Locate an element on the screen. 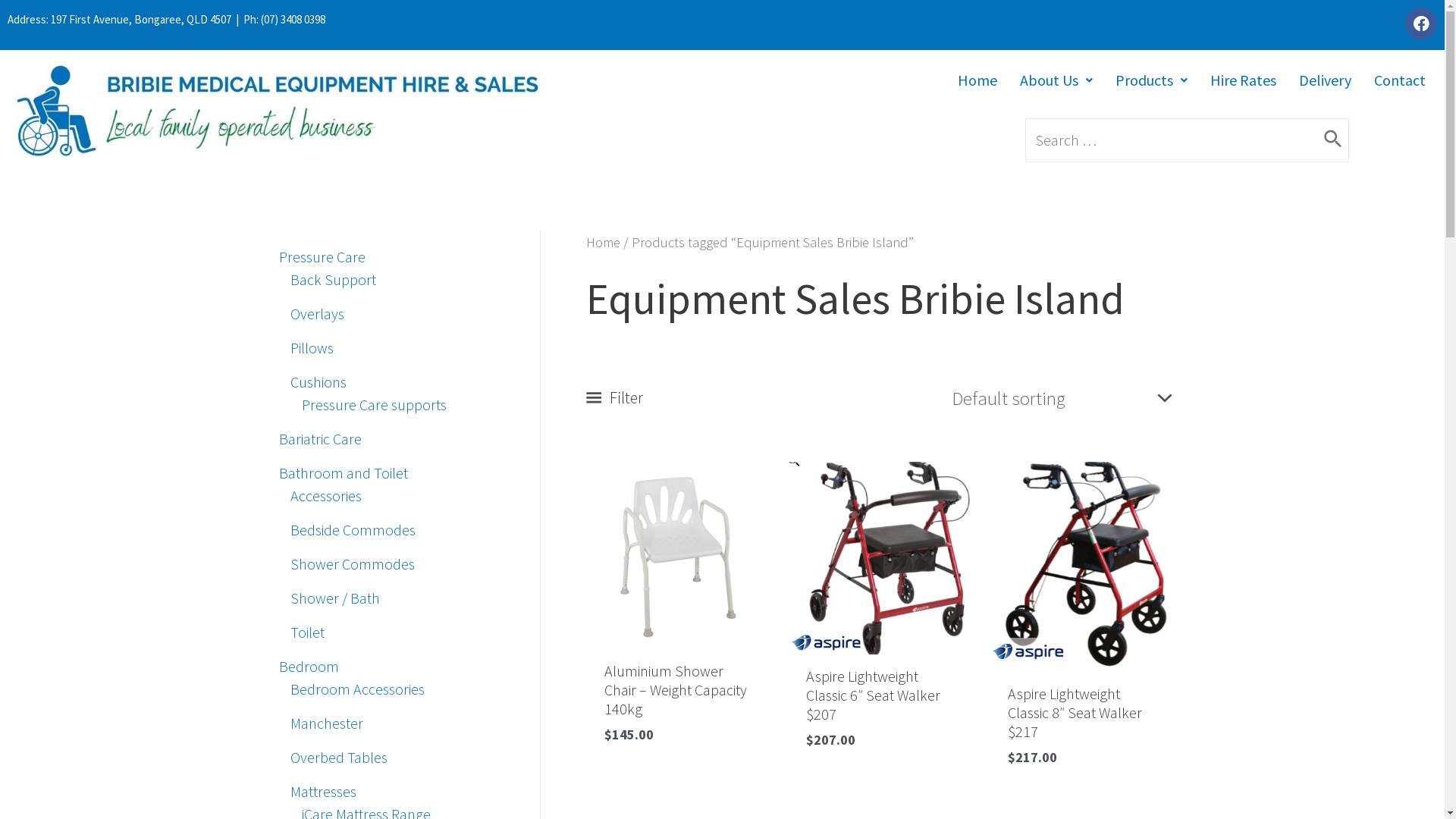 This screenshot has height=819, width=1456. 'About Us' is located at coordinates (1055, 80).